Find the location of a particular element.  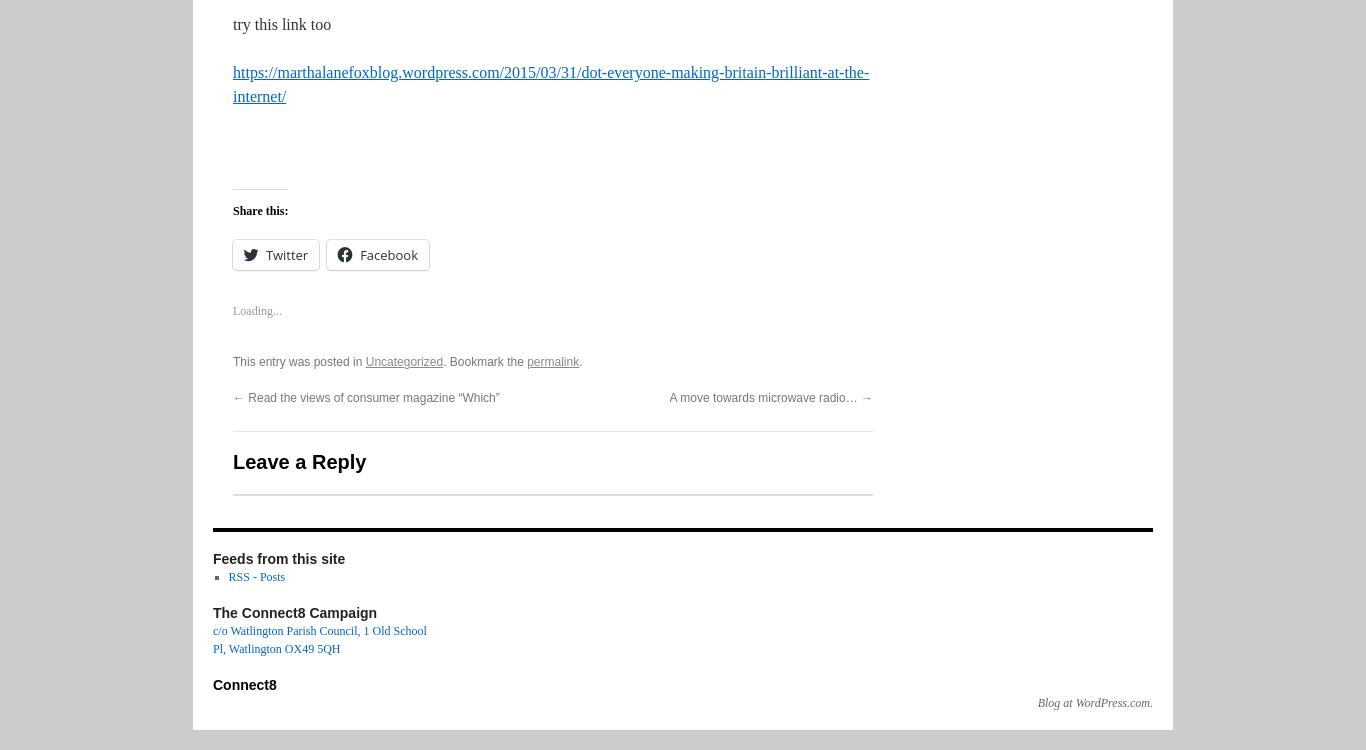

'Leave a Reply' is located at coordinates (299, 461).